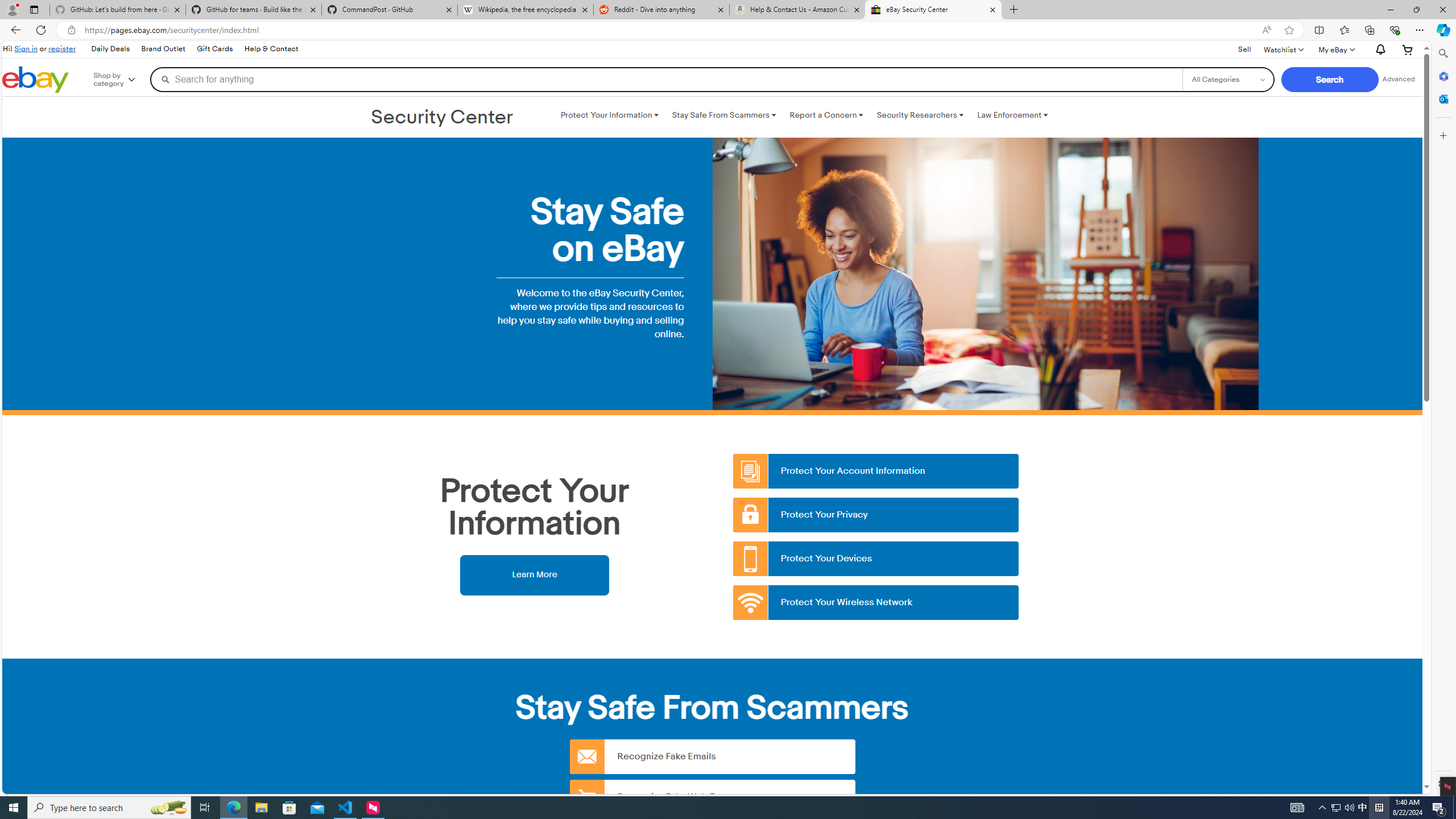 The height and width of the screenshot is (819, 1456). What do you see at coordinates (876, 514) in the screenshot?
I see `'Protect Your Privacy'` at bounding box center [876, 514].